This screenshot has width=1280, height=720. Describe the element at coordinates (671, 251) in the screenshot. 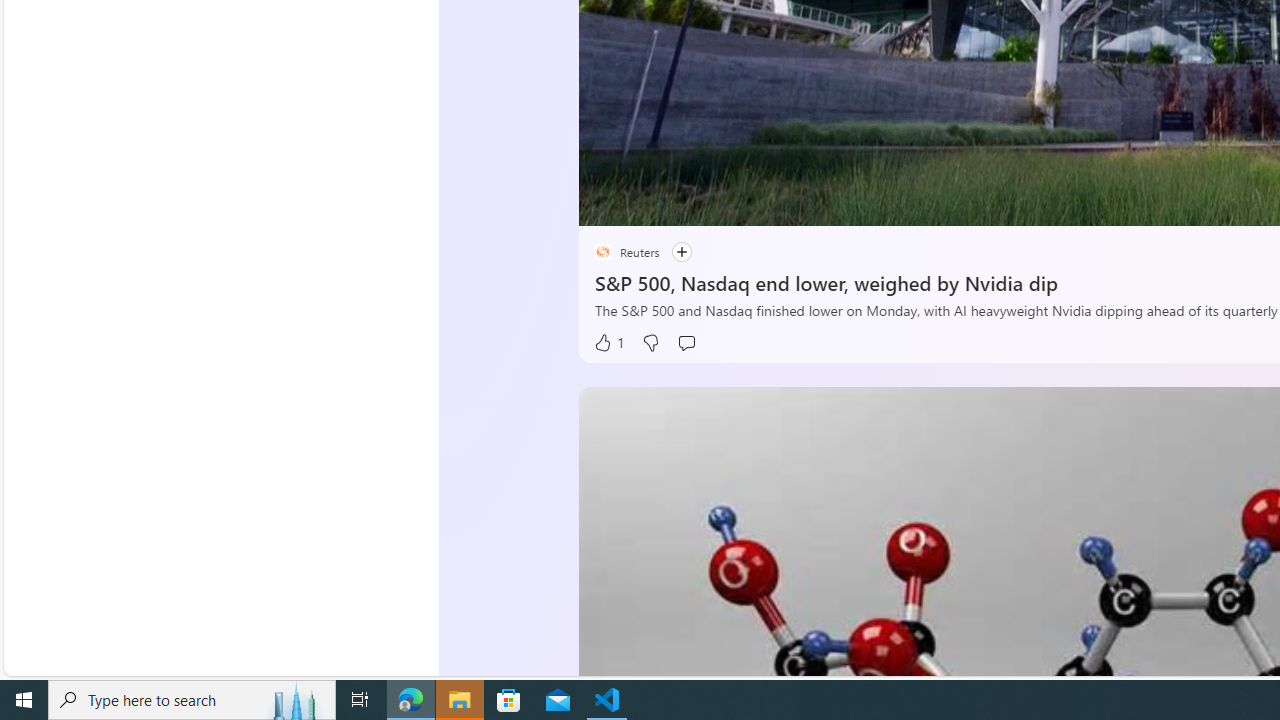

I see `'Follow'` at that location.